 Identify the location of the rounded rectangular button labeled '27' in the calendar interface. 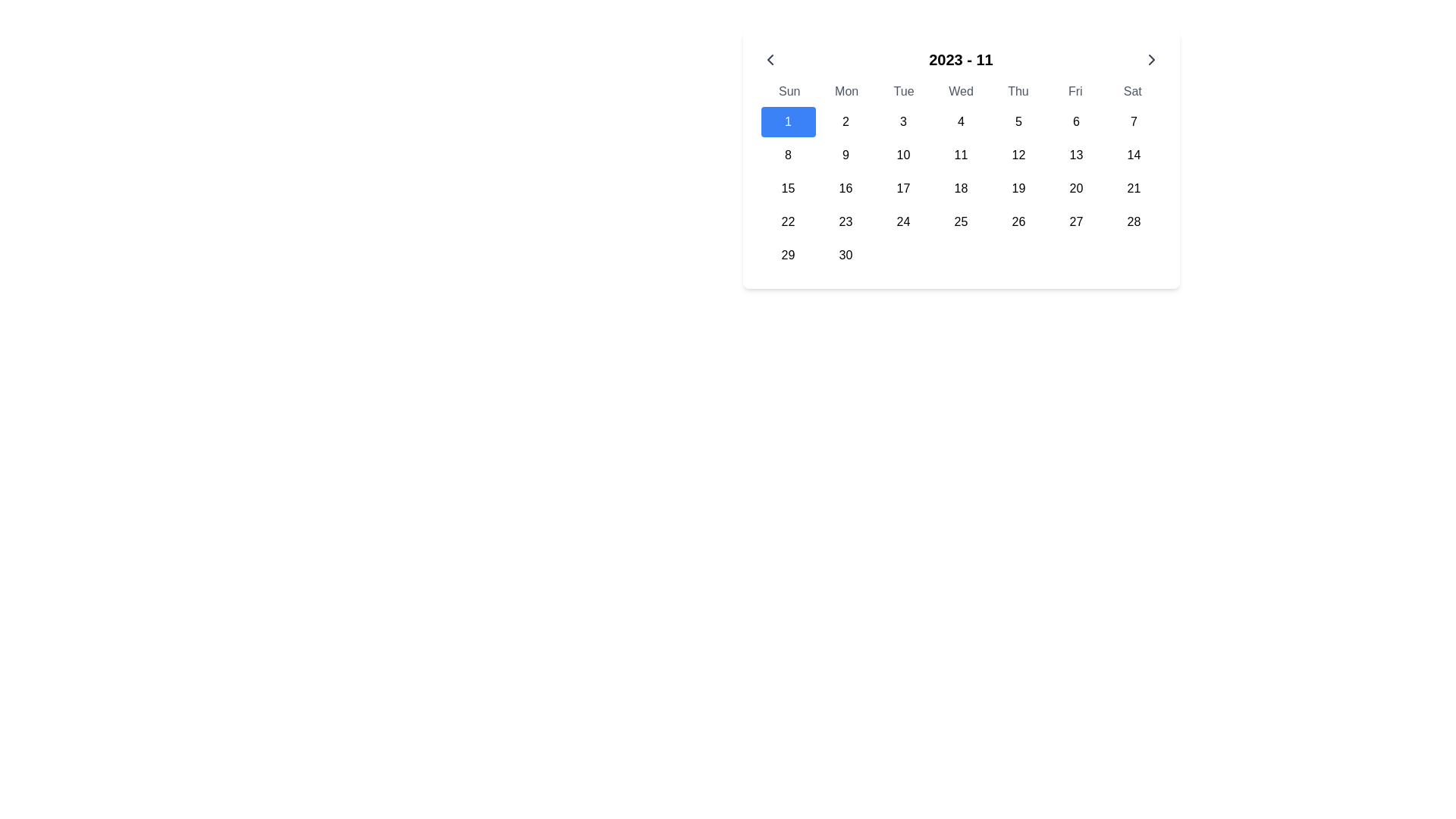
(1075, 222).